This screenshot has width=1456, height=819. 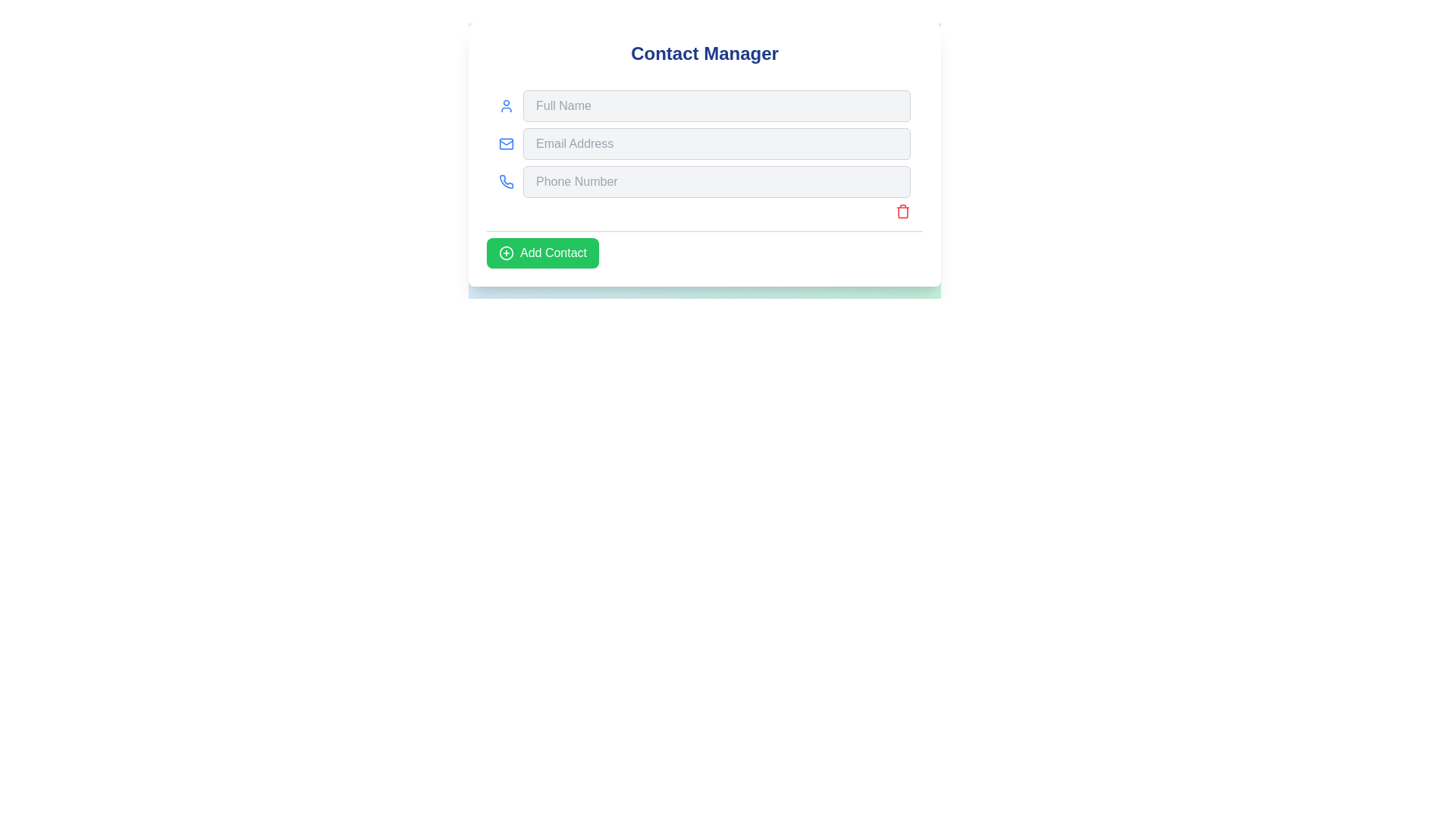 I want to click on the main rectangular body of the mail envelope icon, which signifies email-related functionality, located to the left of the 'Email Address' input field, so click(x=506, y=143).